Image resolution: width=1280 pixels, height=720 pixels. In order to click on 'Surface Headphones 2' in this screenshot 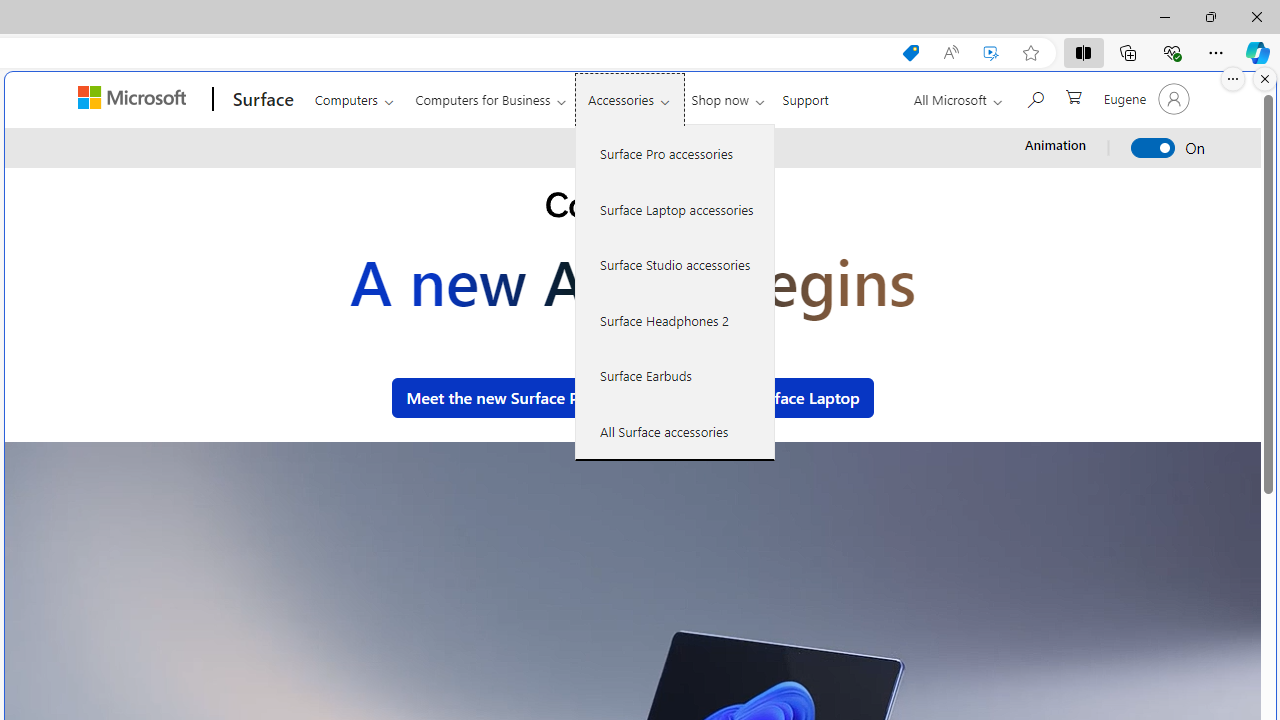, I will do `click(675, 319)`.